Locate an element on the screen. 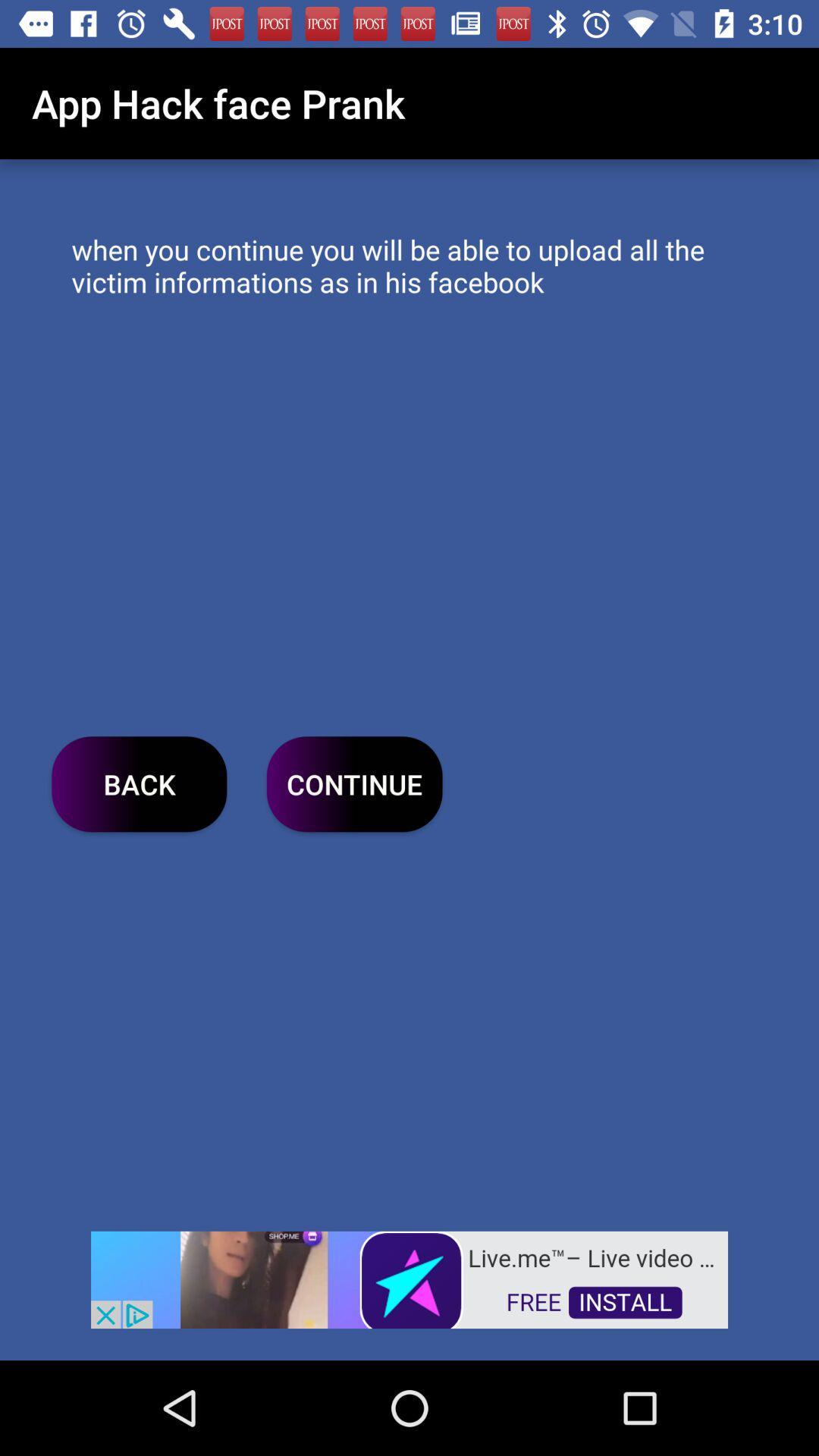 The height and width of the screenshot is (1456, 819). advertisement link image is located at coordinates (409, 1278).